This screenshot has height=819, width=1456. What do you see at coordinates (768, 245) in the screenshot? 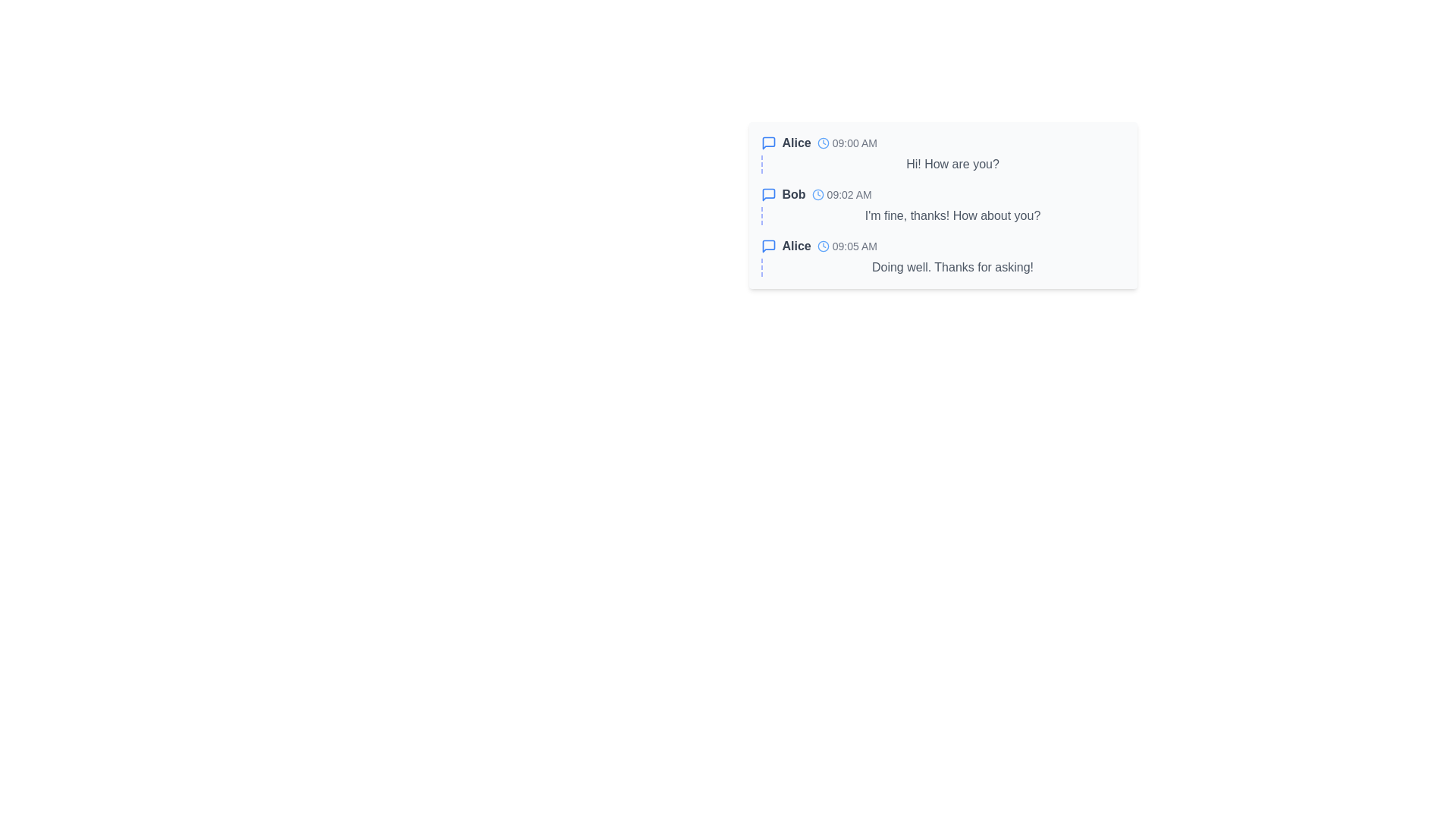
I see `the status of the speech bubble icon located to the left of 'Alice 09:05 AM', which is styled in blue and indicates interactivity` at bounding box center [768, 245].